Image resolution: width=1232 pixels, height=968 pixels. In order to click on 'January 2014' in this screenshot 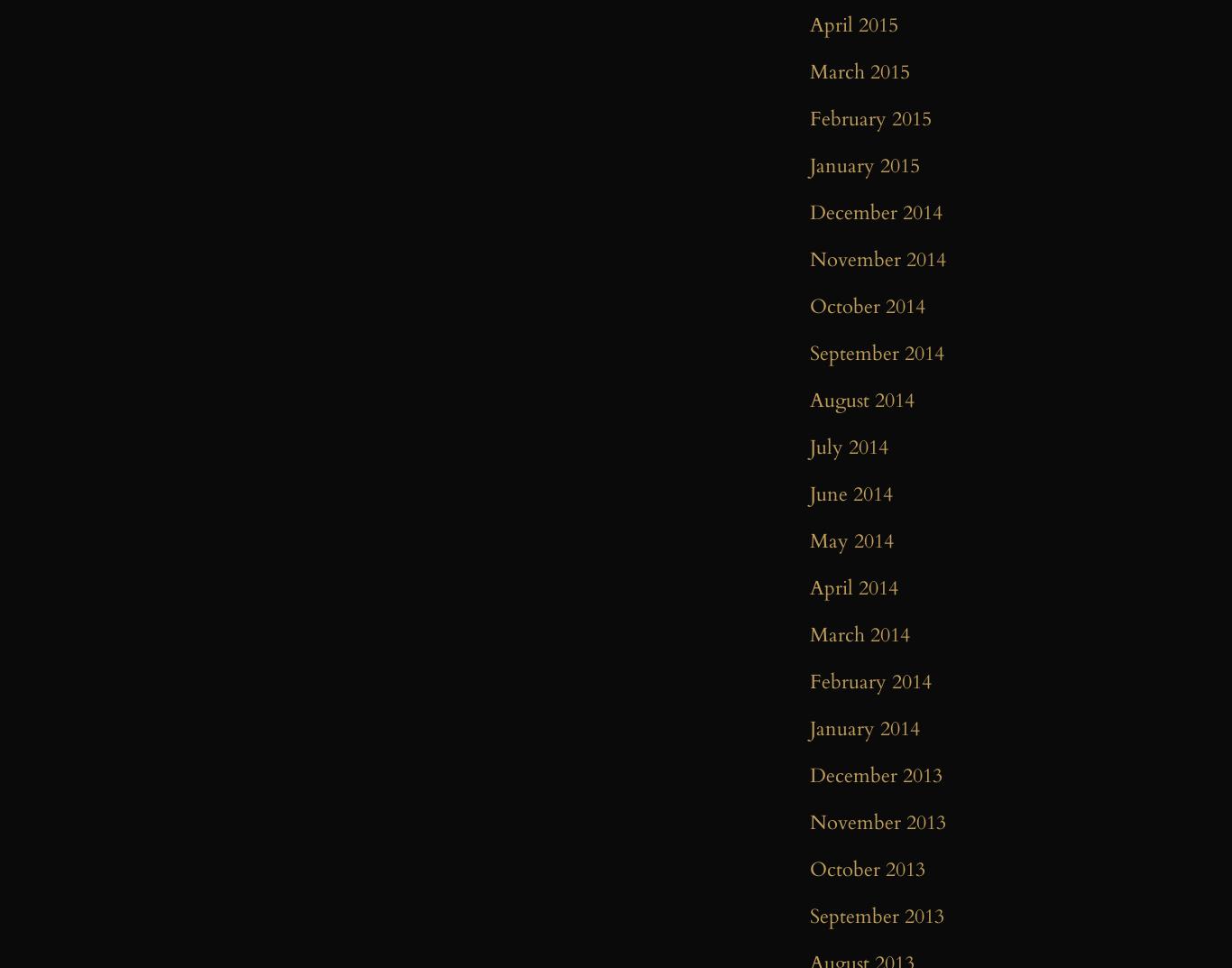, I will do `click(864, 728)`.